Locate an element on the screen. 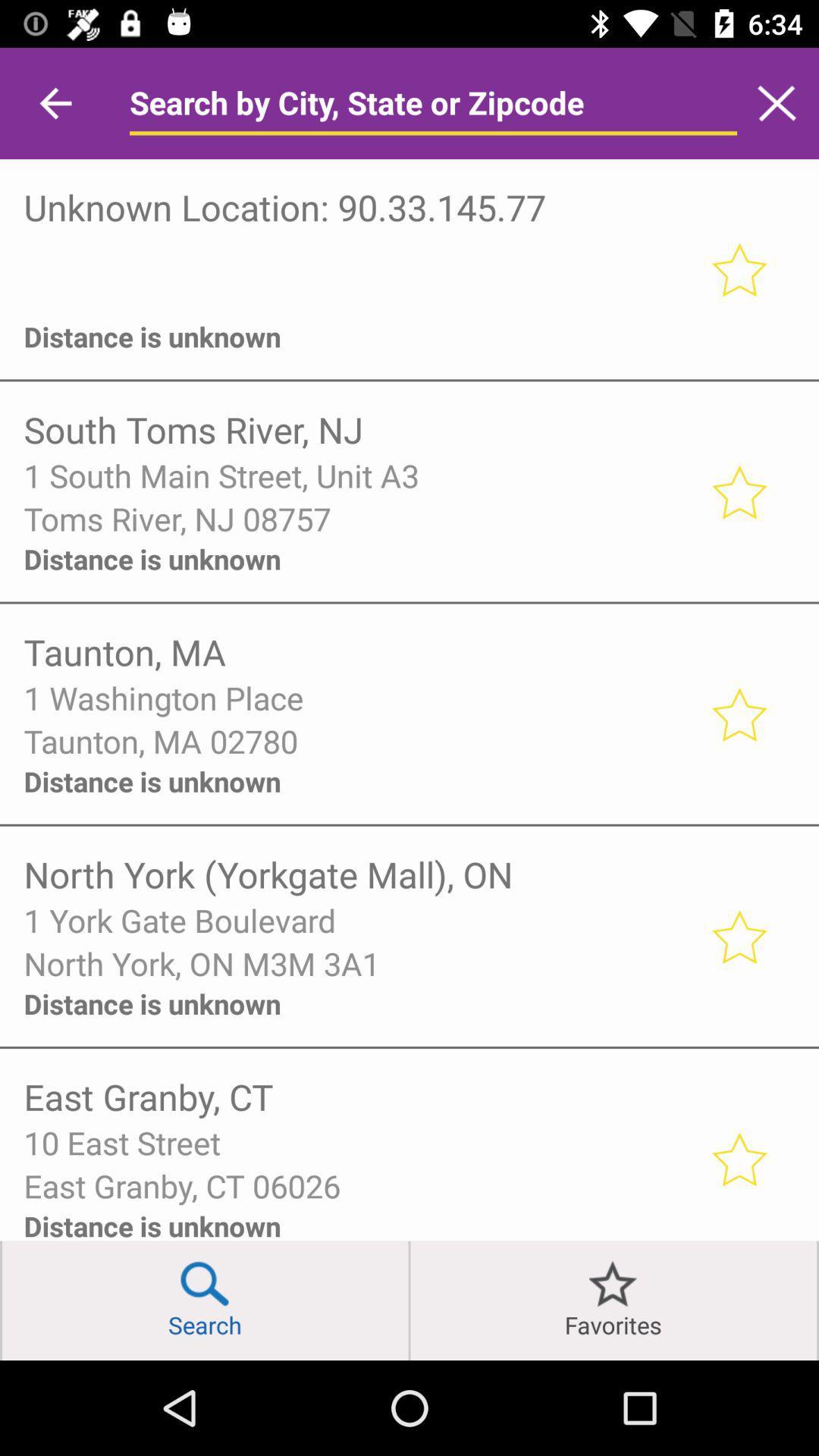 The image size is (819, 1456). put this location in your favourites is located at coordinates (738, 1158).